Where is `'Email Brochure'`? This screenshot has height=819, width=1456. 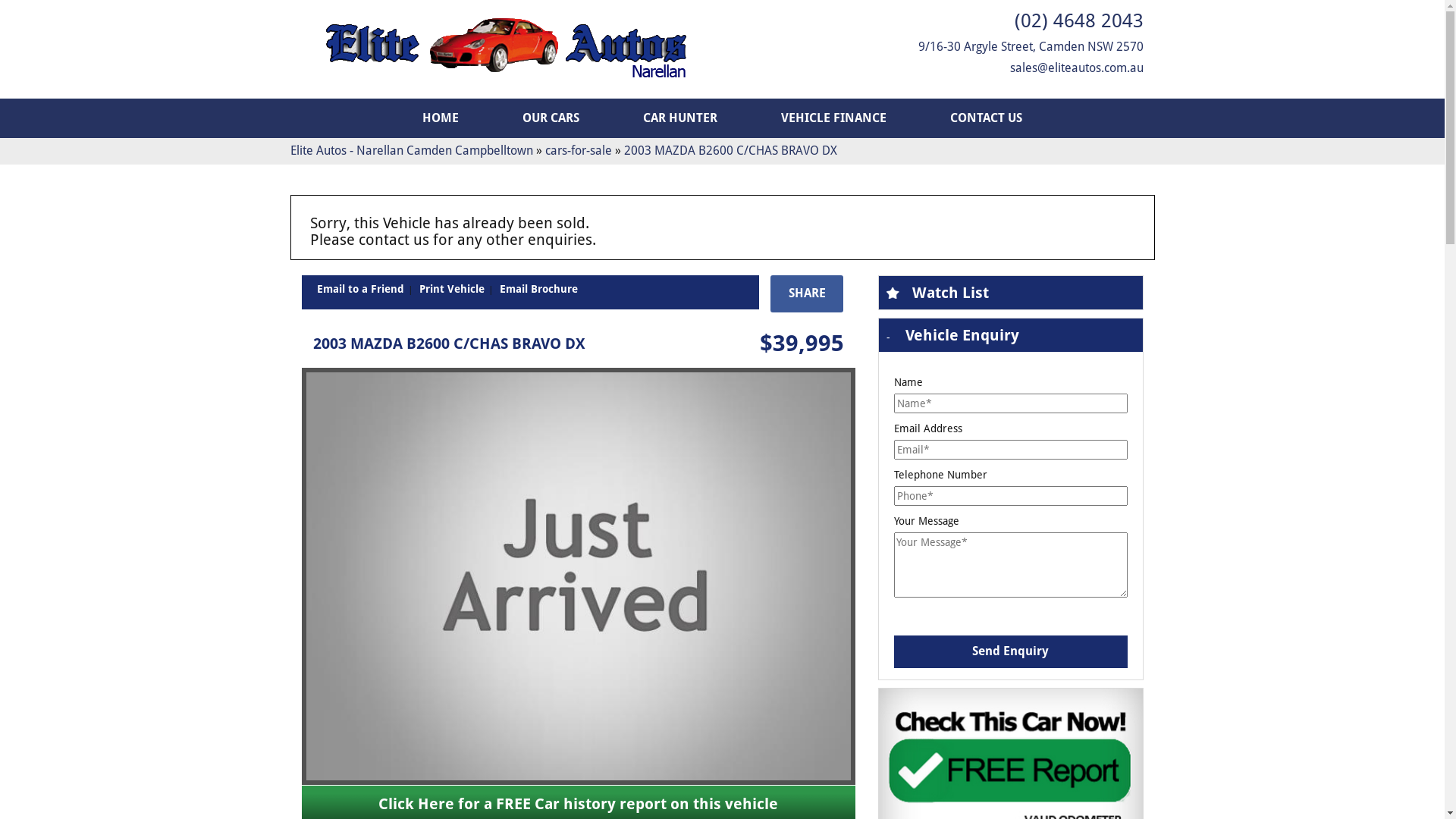 'Email Brochure' is located at coordinates (538, 289).